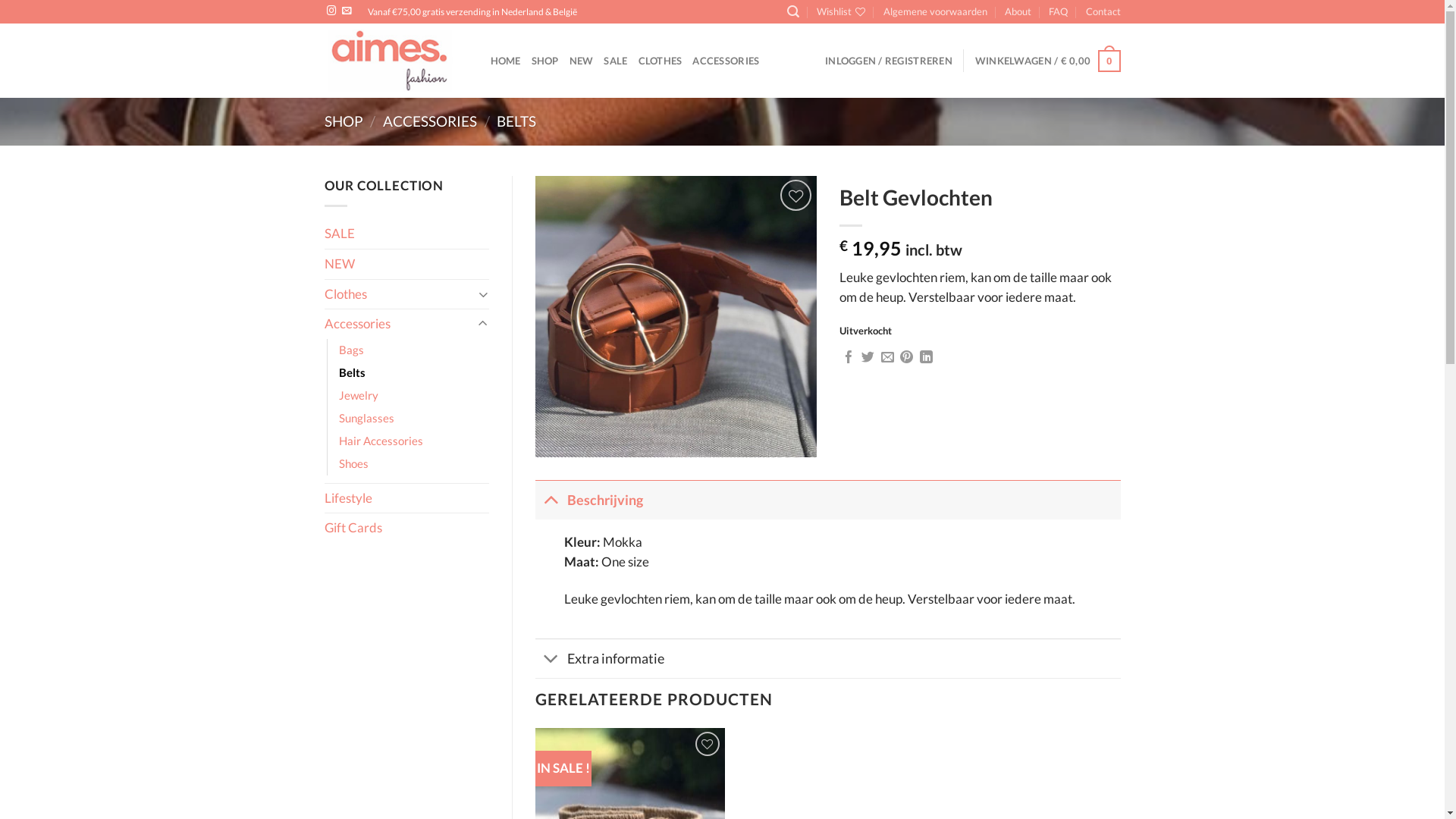  Describe the element at coordinates (407, 498) in the screenshot. I see `'Lifestyle'` at that location.